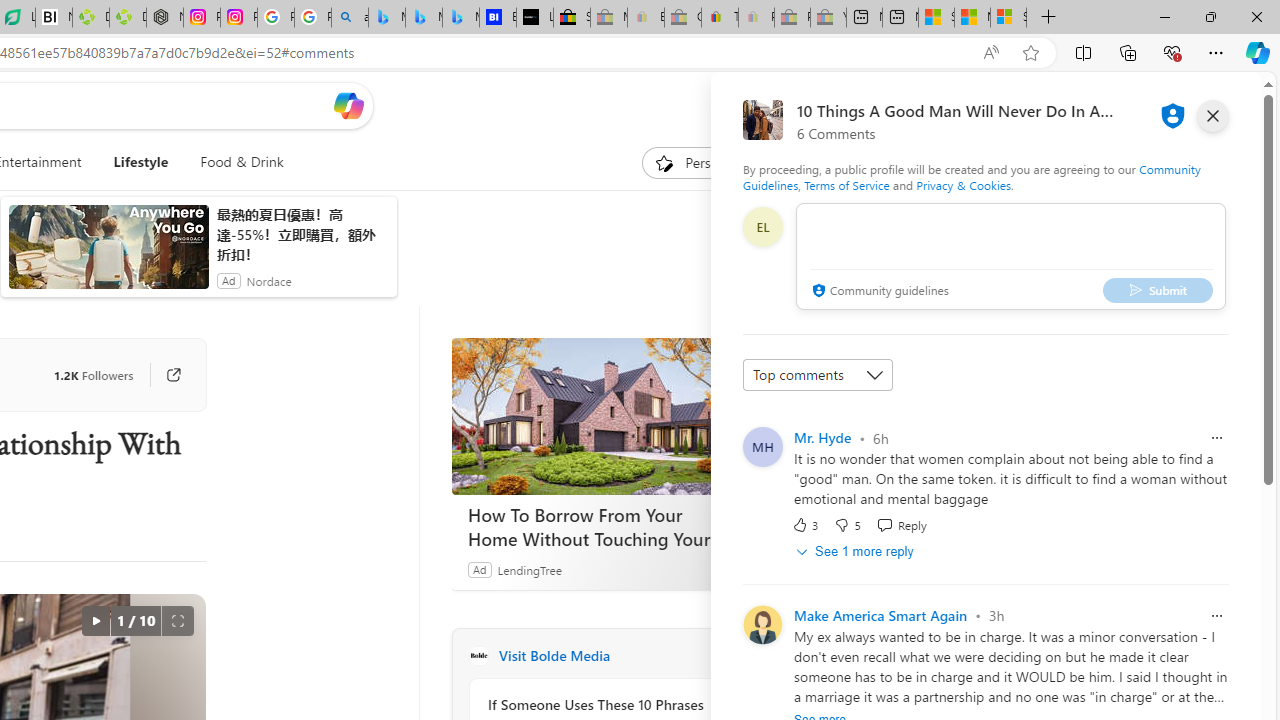  Describe the element at coordinates (177, 620) in the screenshot. I see `'Full screen'` at that location.